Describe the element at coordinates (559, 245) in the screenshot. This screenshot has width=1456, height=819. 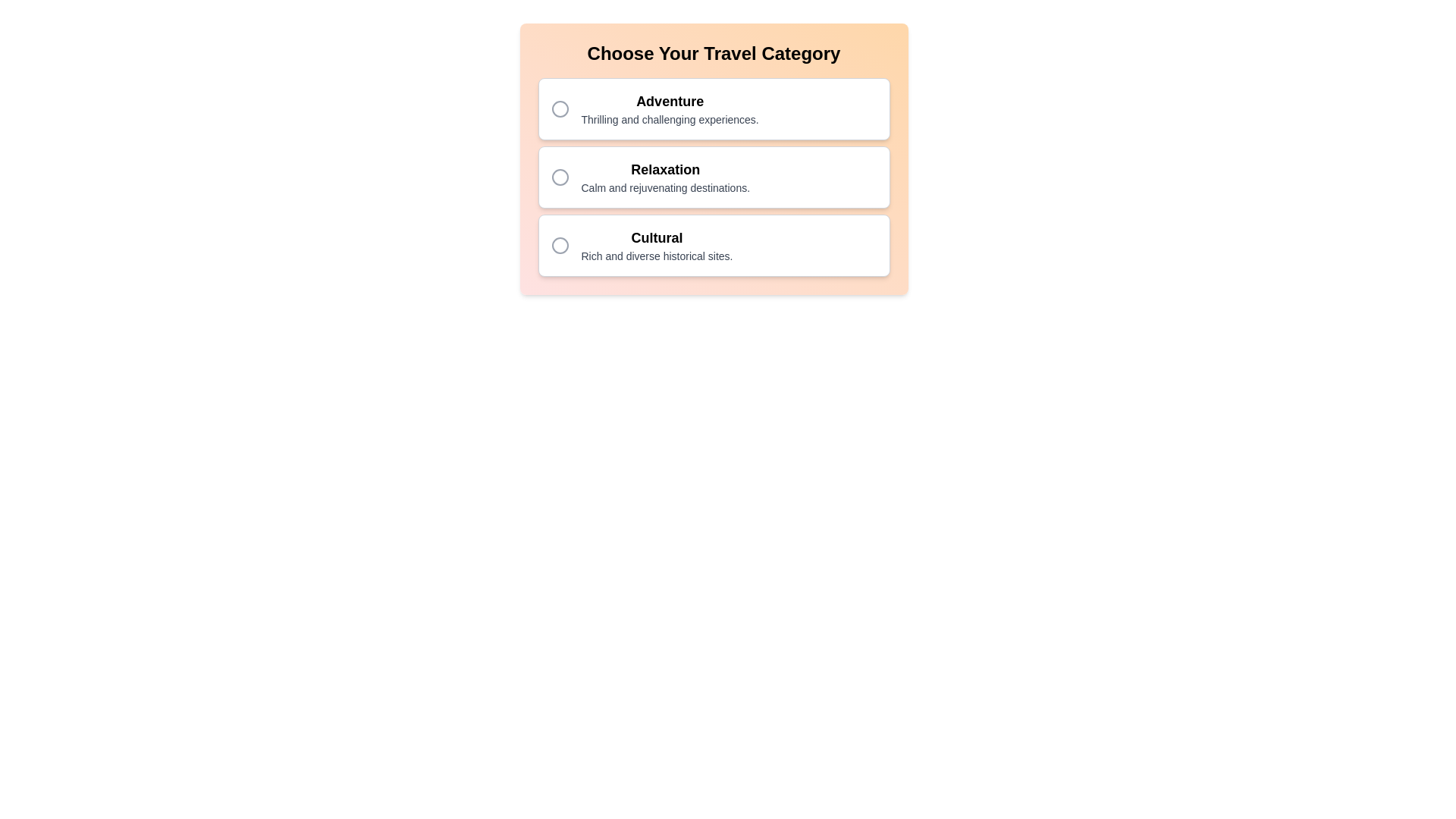
I see `the Circular SVG graphical component representing the unselected state of the radio button for the 'Cultural' option` at that location.